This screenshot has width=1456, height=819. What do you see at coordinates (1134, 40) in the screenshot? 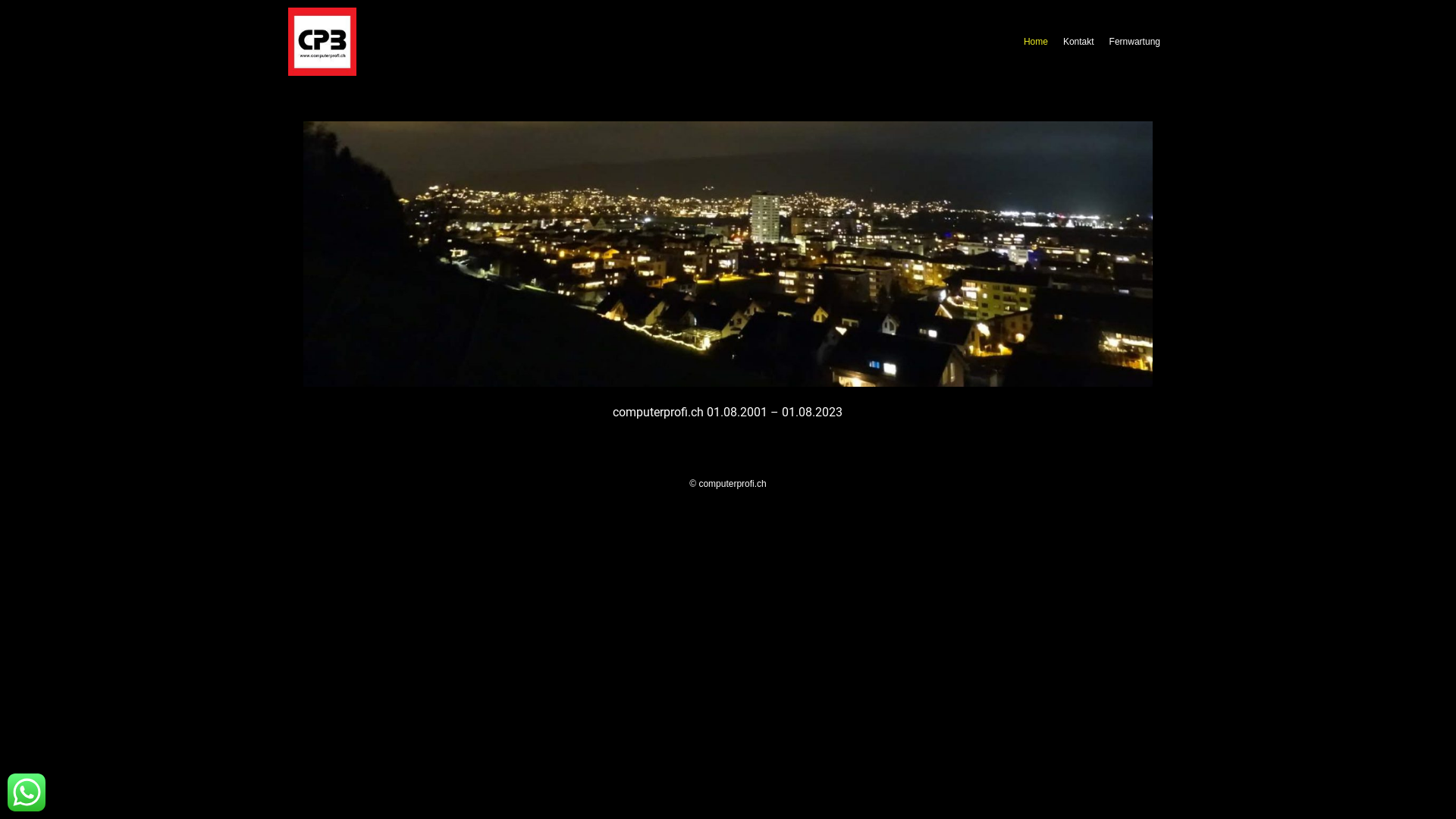
I see `'Fernwartung'` at bounding box center [1134, 40].